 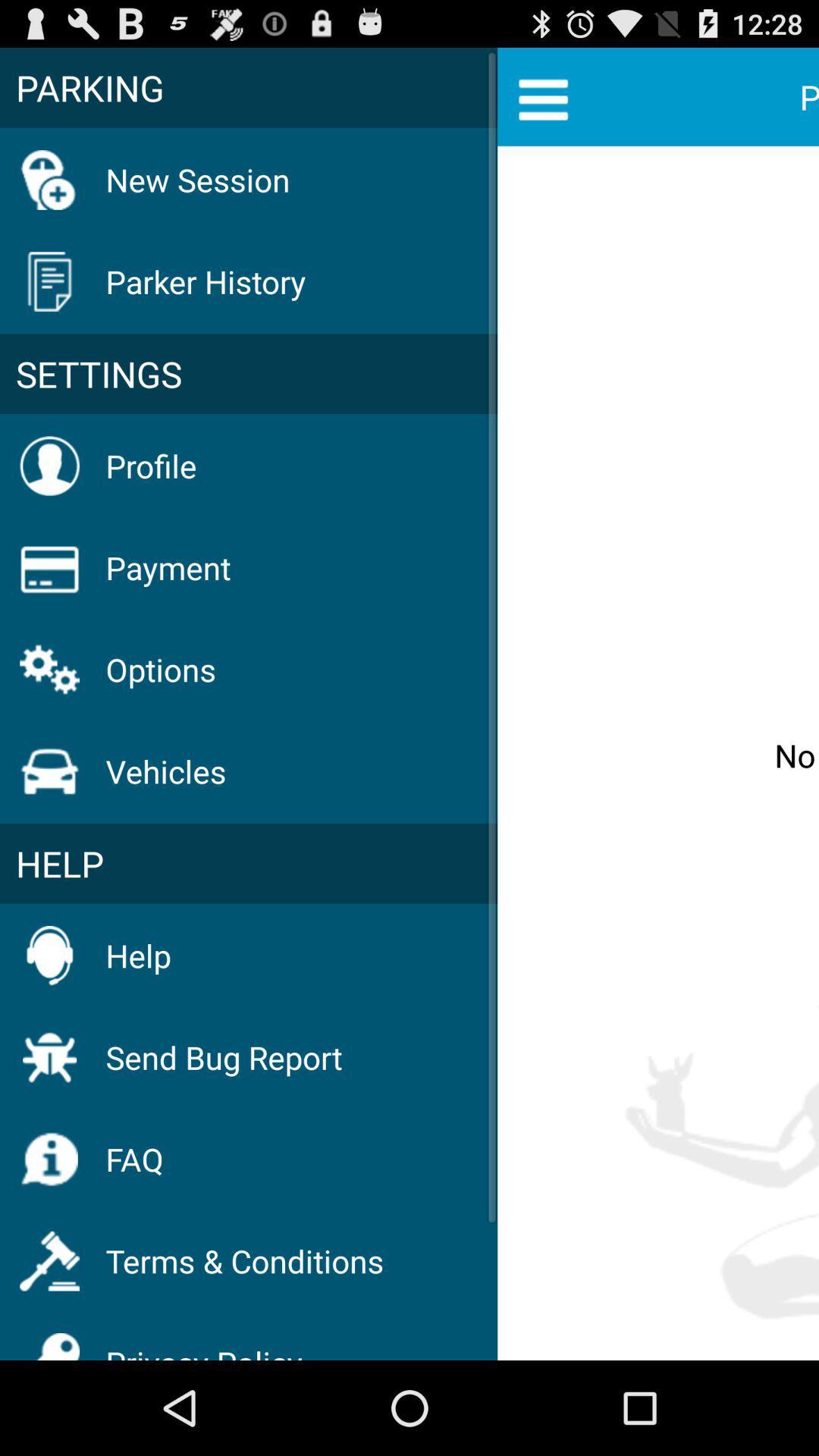 What do you see at coordinates (248, 374) in the screenshot?
I see `the item above profile` at bounding box center [248, 374].